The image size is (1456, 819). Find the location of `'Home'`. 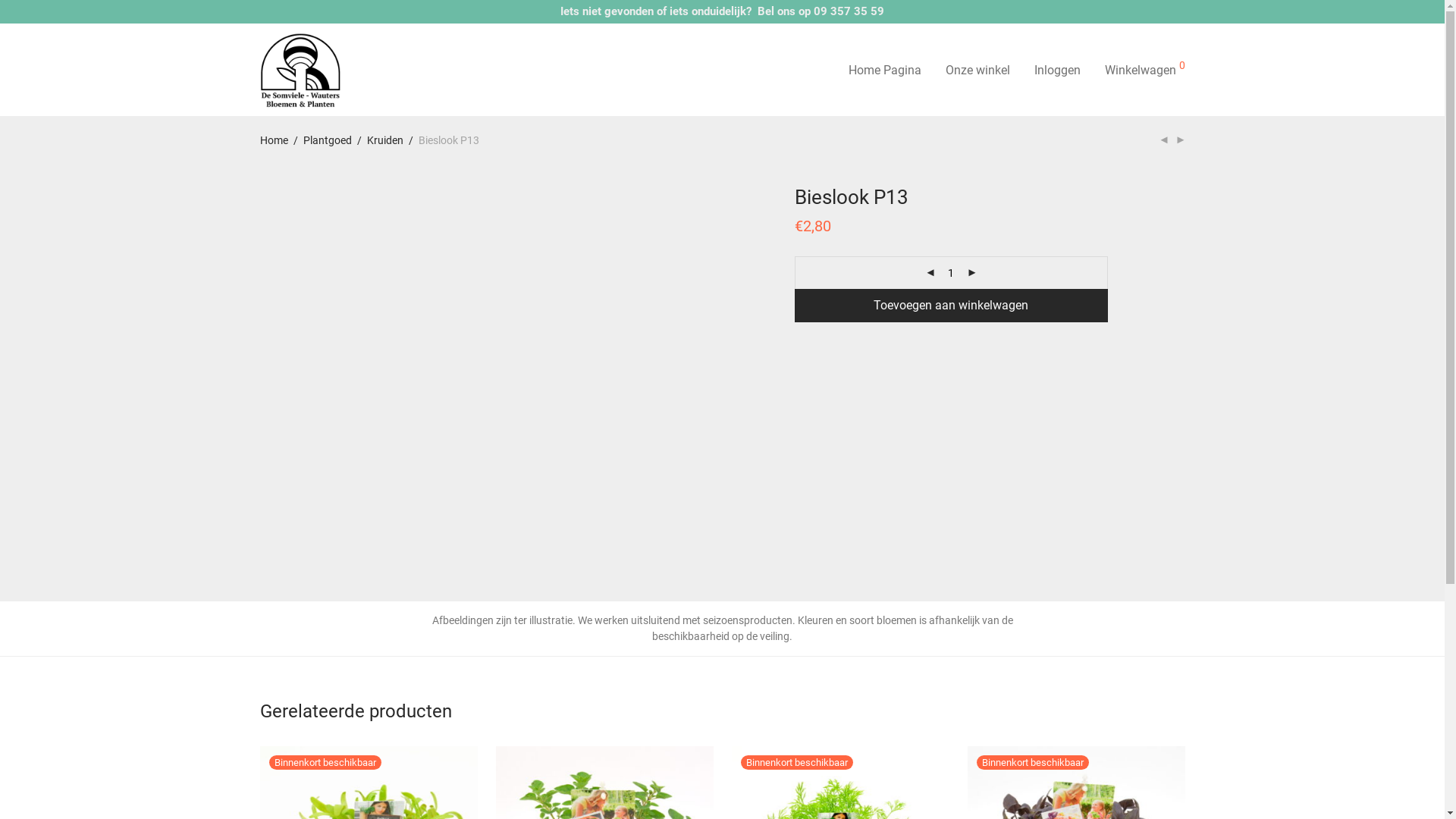

'Home' is located at coordinates (273, 140).